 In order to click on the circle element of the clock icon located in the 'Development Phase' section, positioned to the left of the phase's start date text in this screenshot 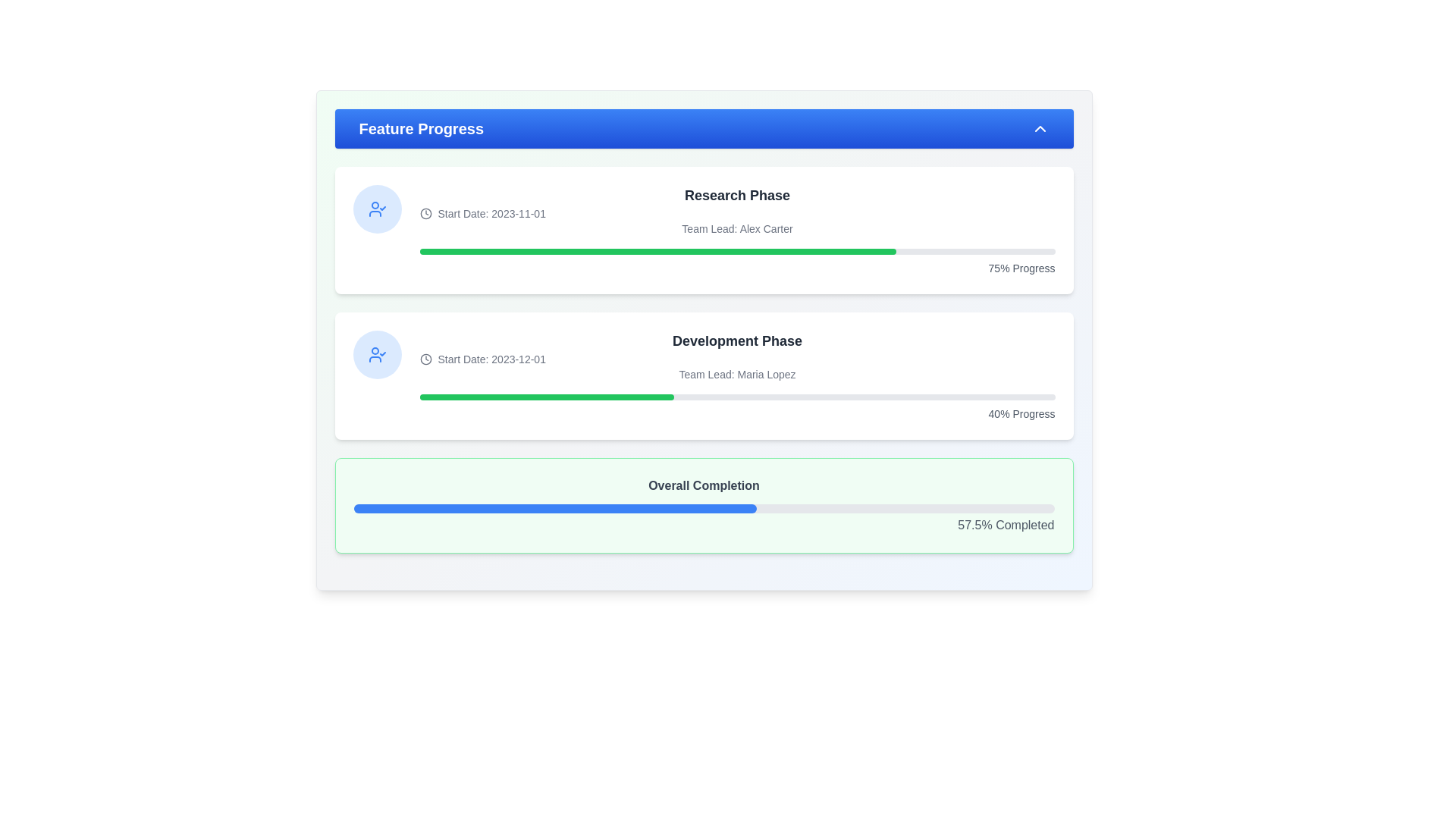, I will do `click(425, 213)`.